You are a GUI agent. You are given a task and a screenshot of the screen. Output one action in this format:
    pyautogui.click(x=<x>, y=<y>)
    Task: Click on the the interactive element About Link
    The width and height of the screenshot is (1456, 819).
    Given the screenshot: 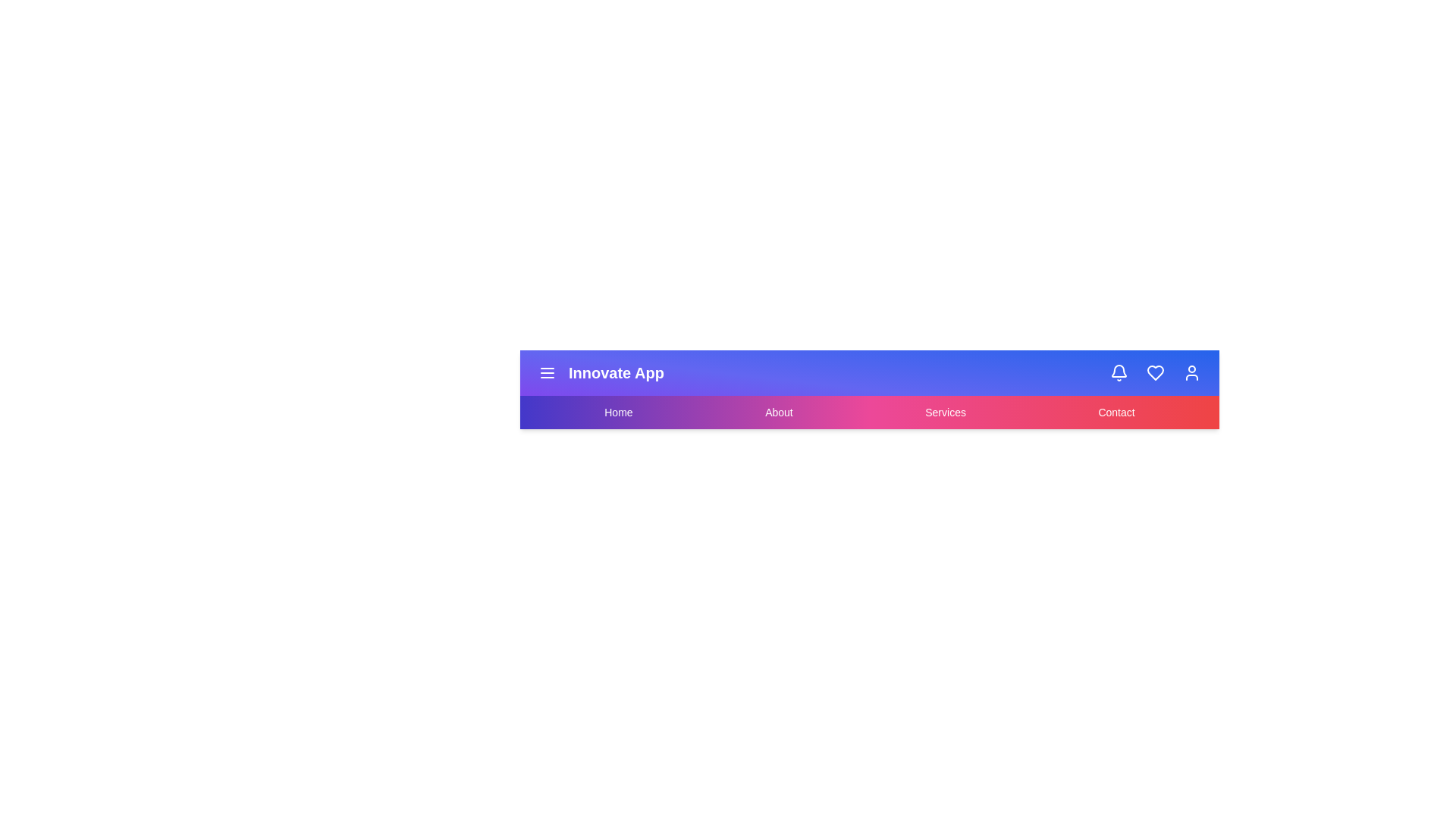 What is the action you would take?
    pyautogui.click(x=779, y=412)
    